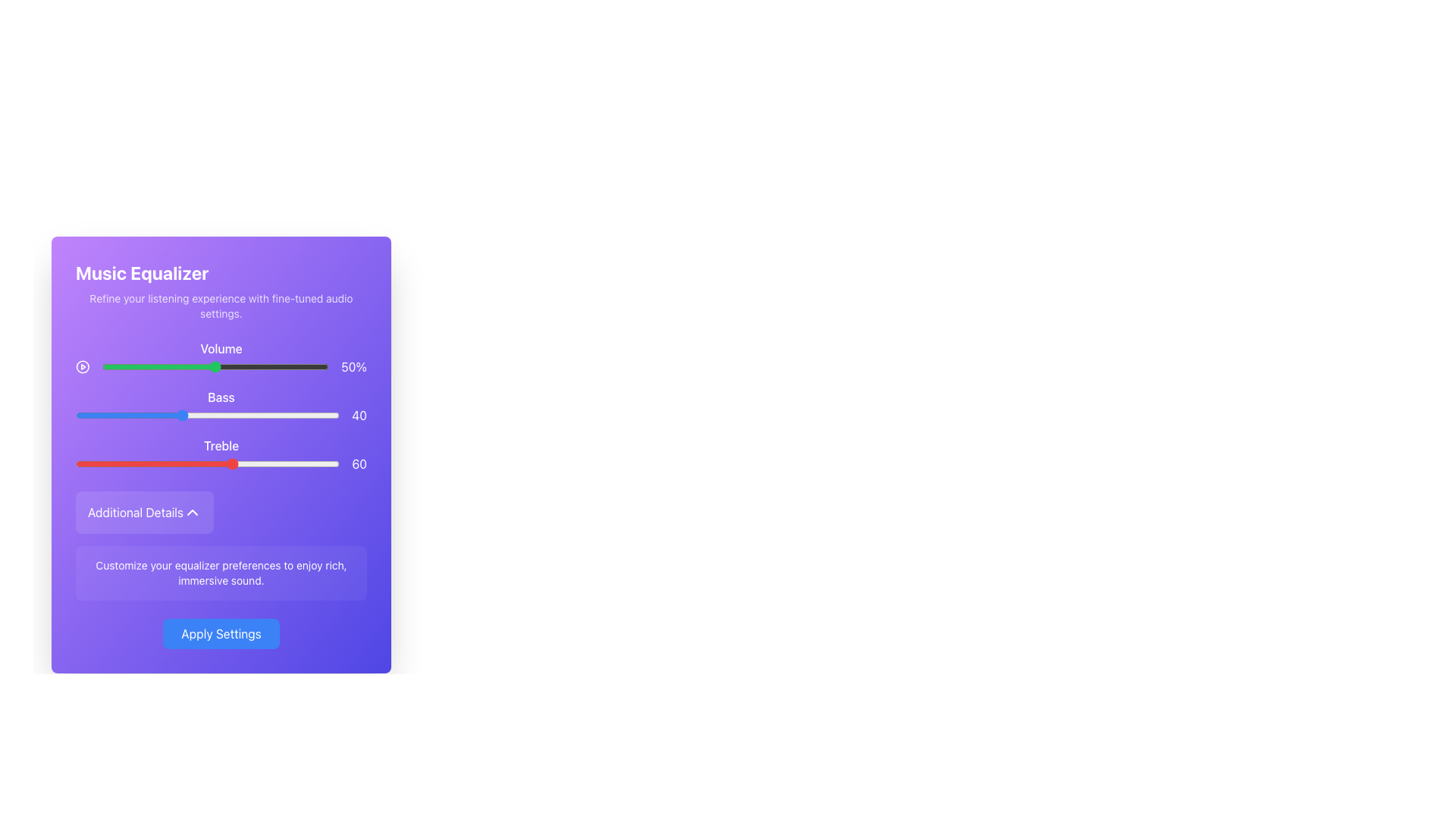 The image size is (1456, 819). Describe the element at coordinates (123, 463) in the screenshot. I see `the treble` at that location.